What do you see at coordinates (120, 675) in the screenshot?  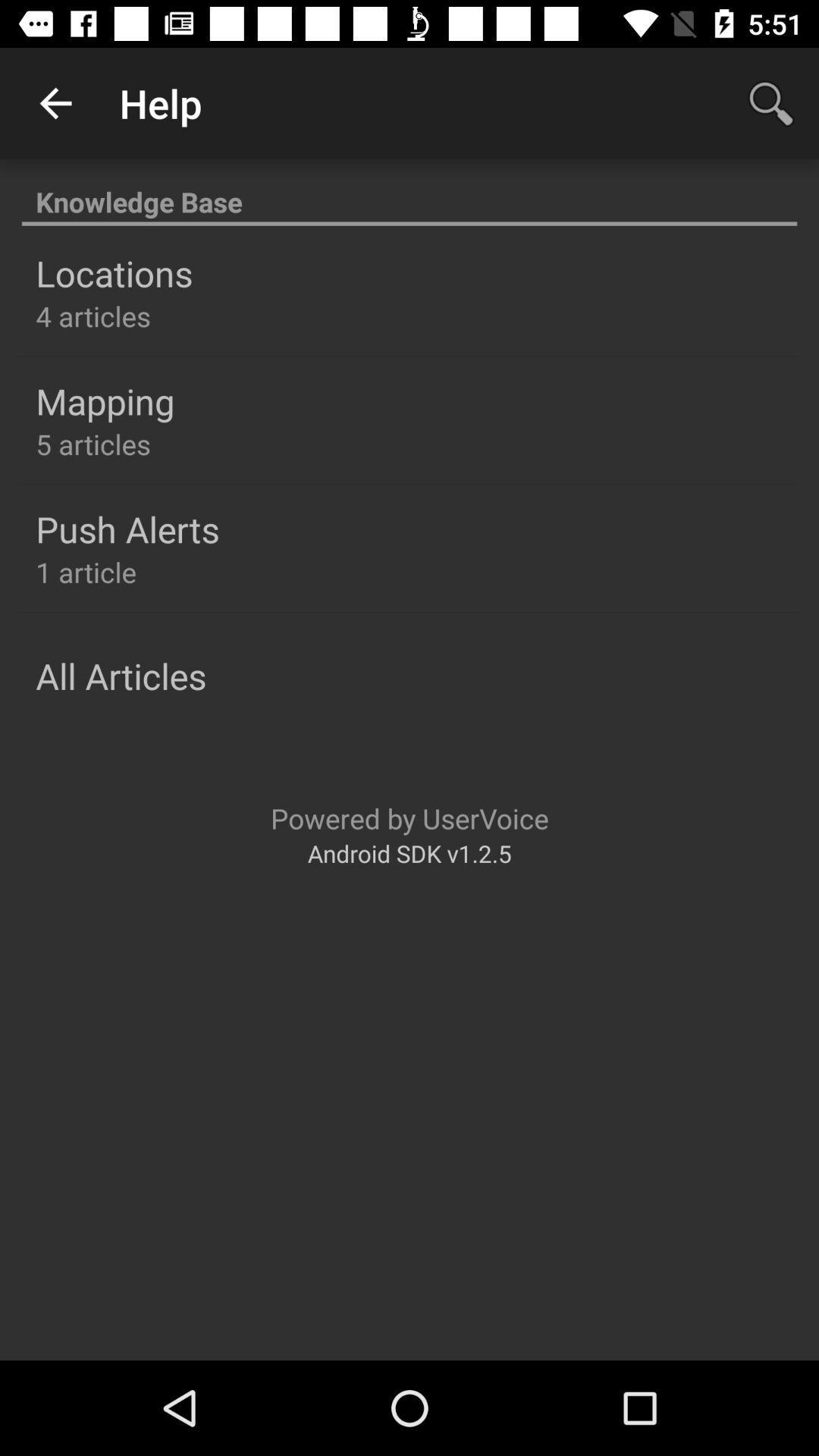 I see `all articles` at bounding box center [120, 675].